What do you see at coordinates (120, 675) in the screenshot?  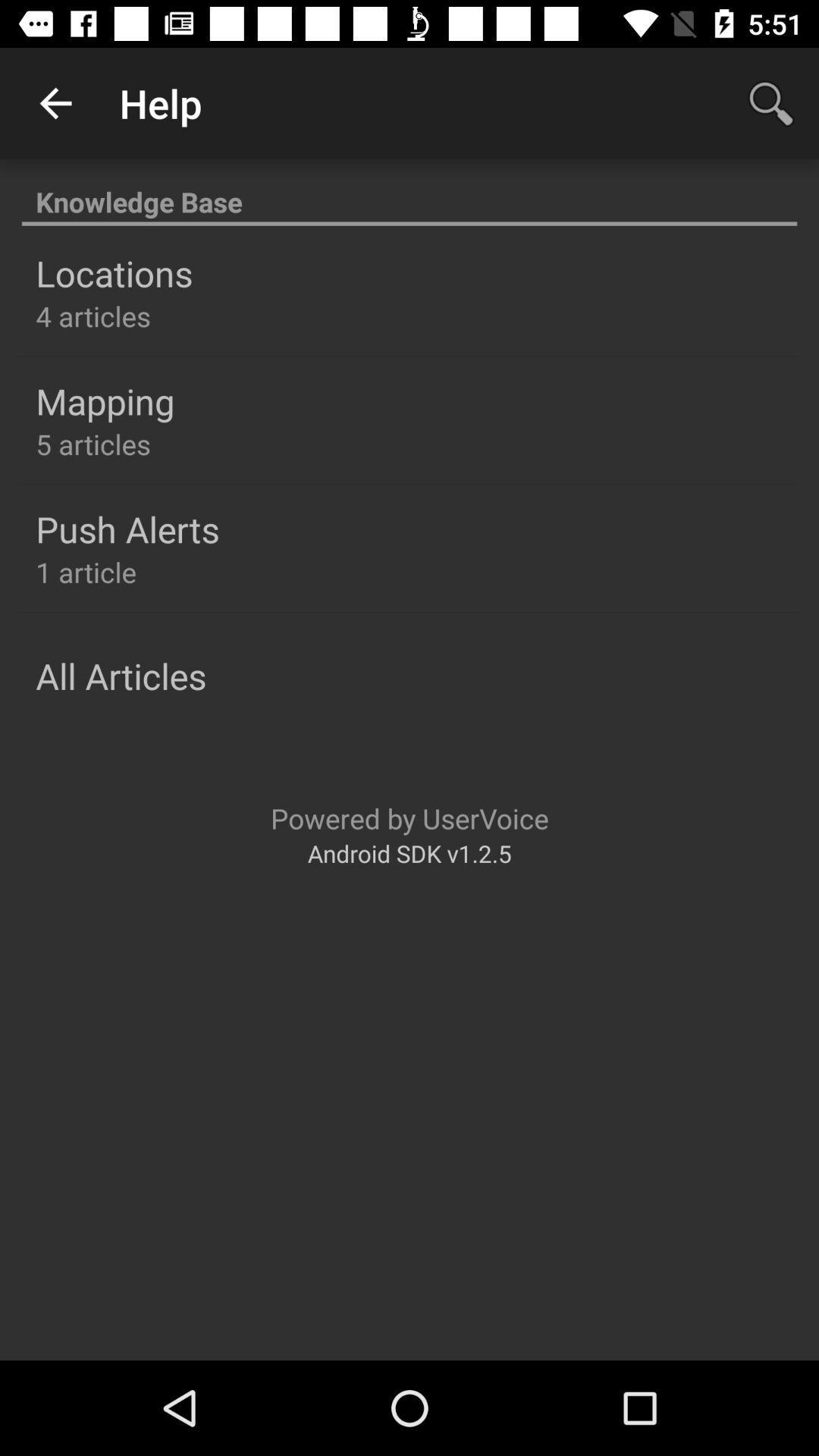 I see `all articles` at bounding box center [120, 675].